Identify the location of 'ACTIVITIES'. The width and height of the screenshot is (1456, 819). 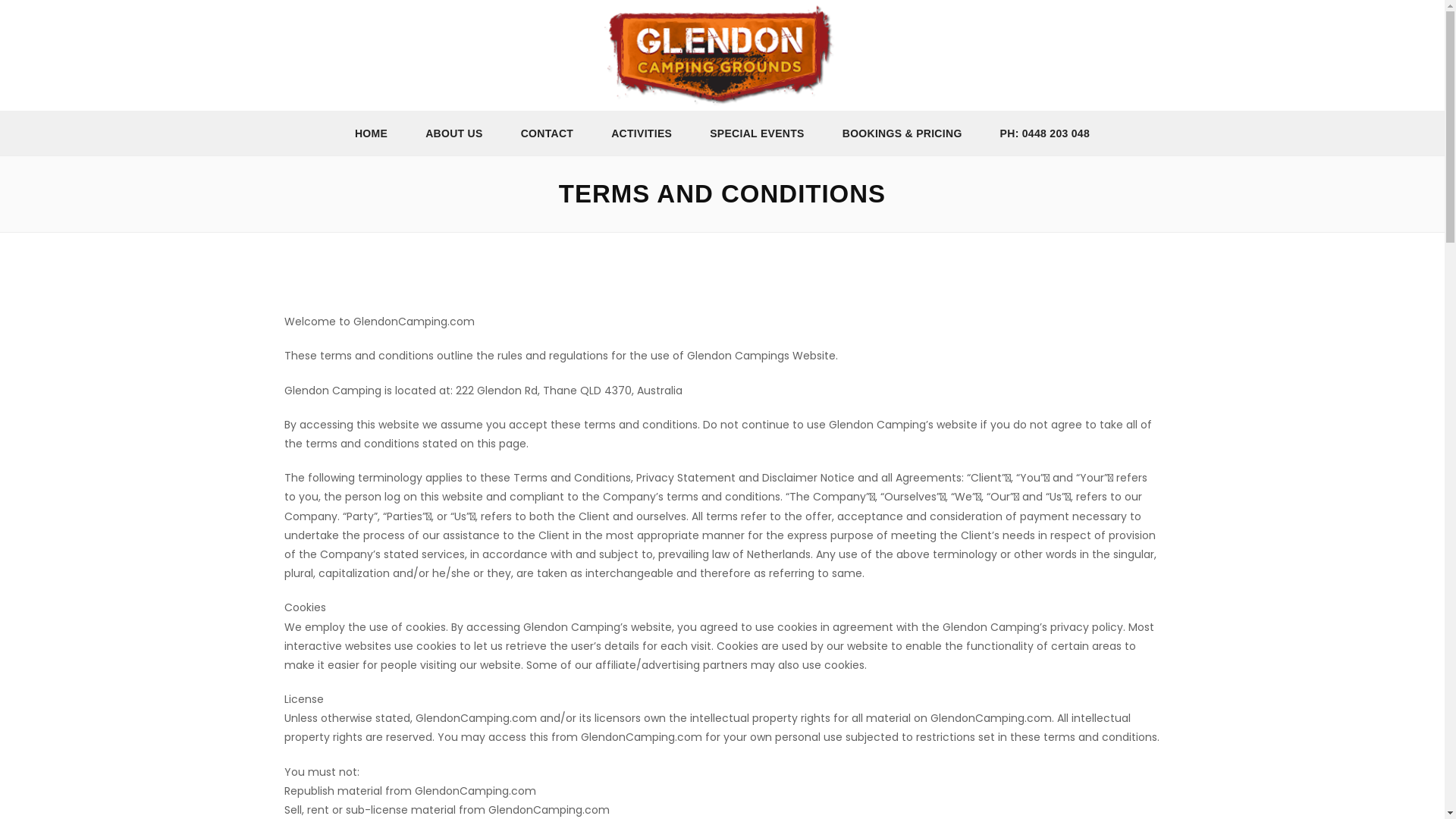
(641, 132).